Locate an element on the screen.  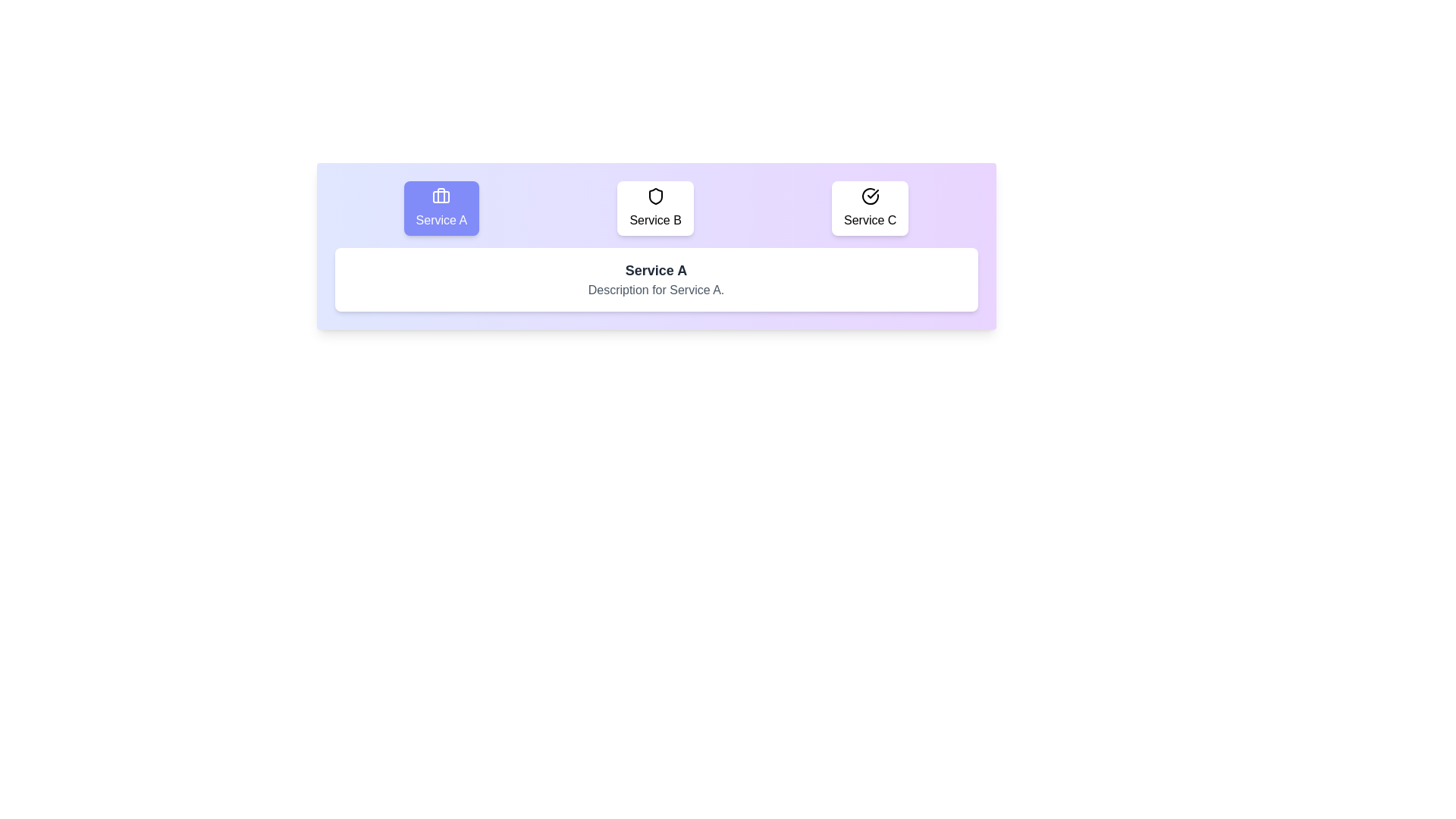
the vertical line element of the suitcase icon within the 'Service A' card is located at coordinates (441, 195).